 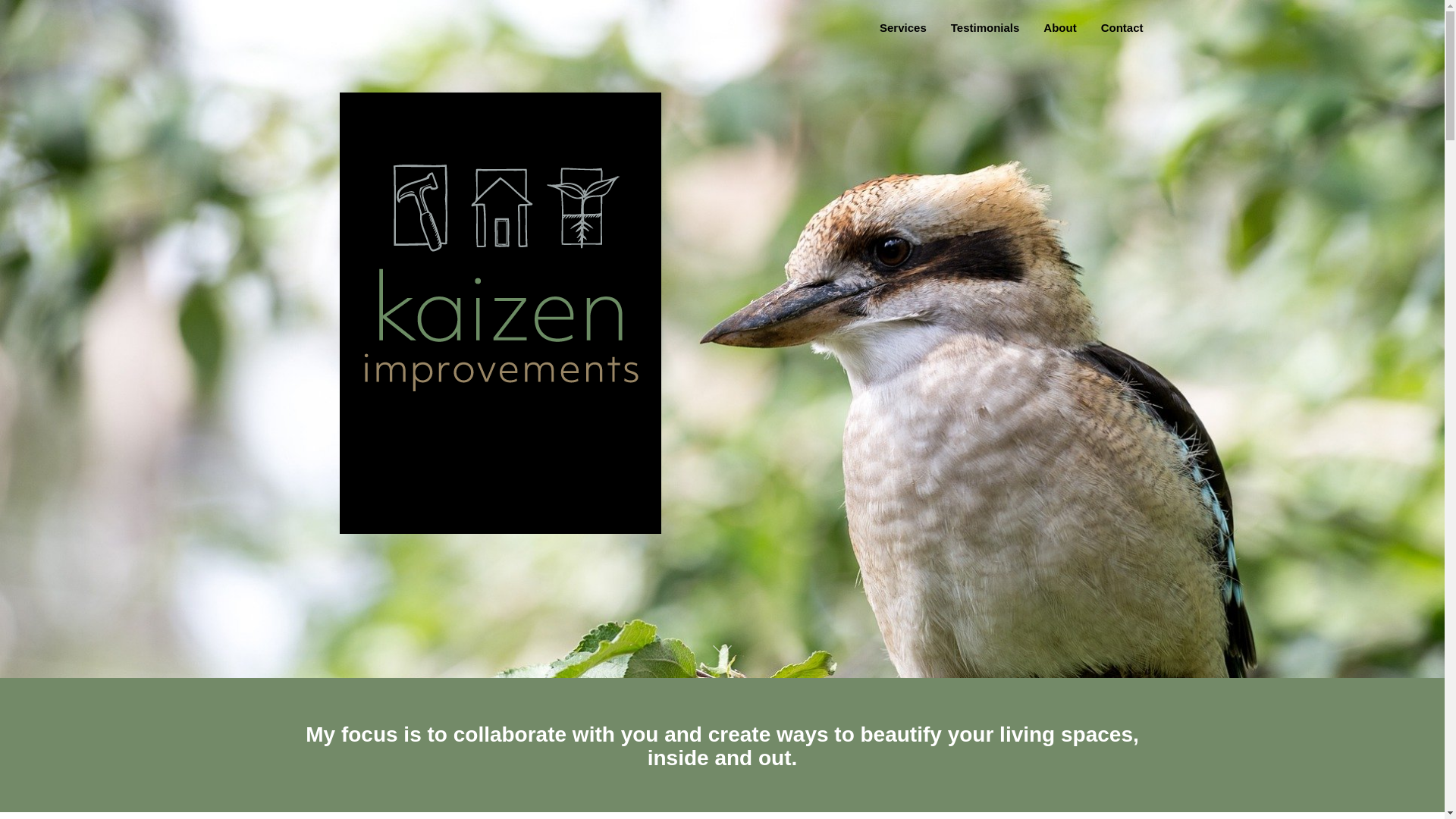 I want to click on 'Contact', so click(x=1122, y=28).